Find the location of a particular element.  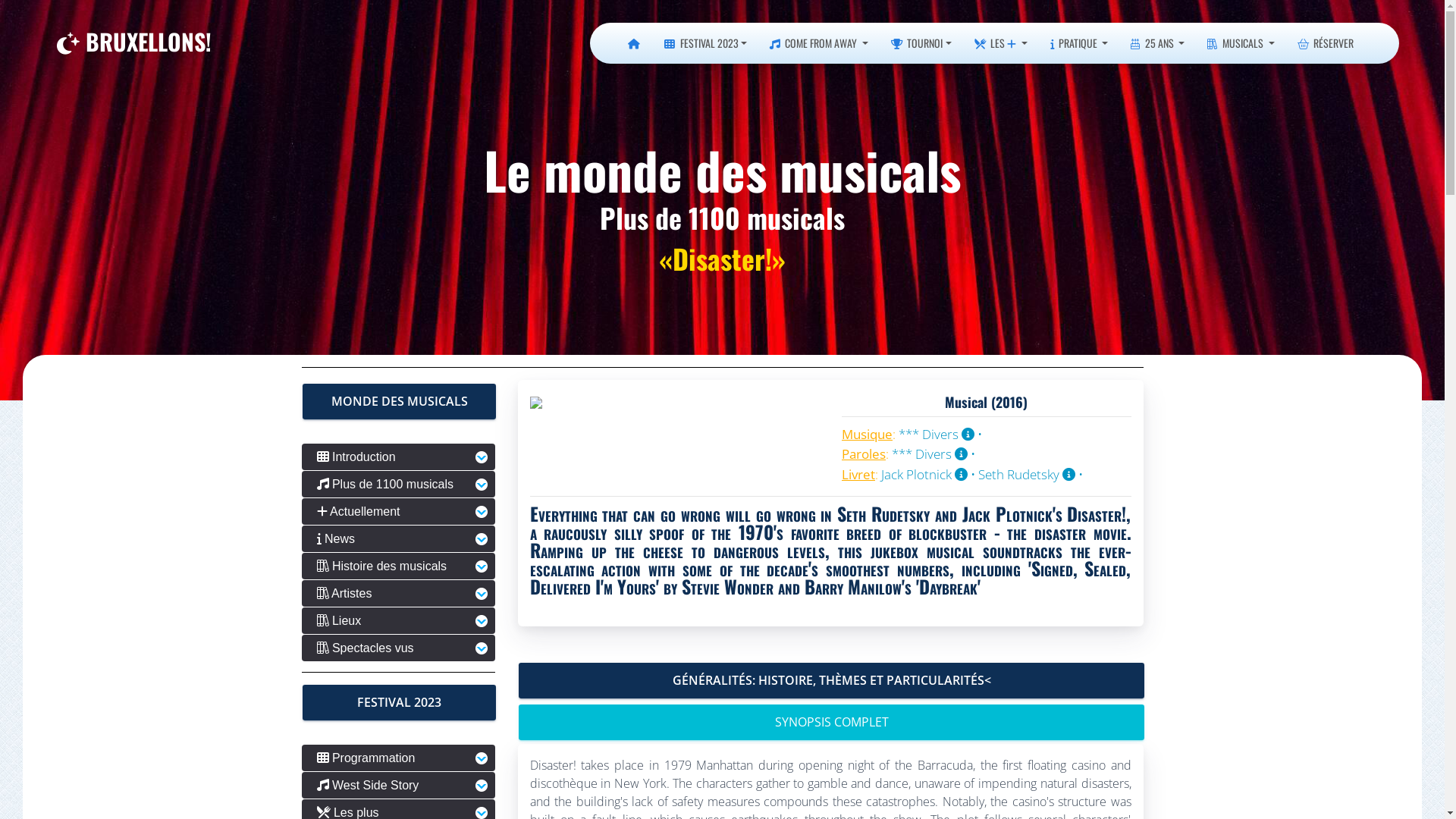

'PRATIQUE' is located at coordinates (1078, 42).